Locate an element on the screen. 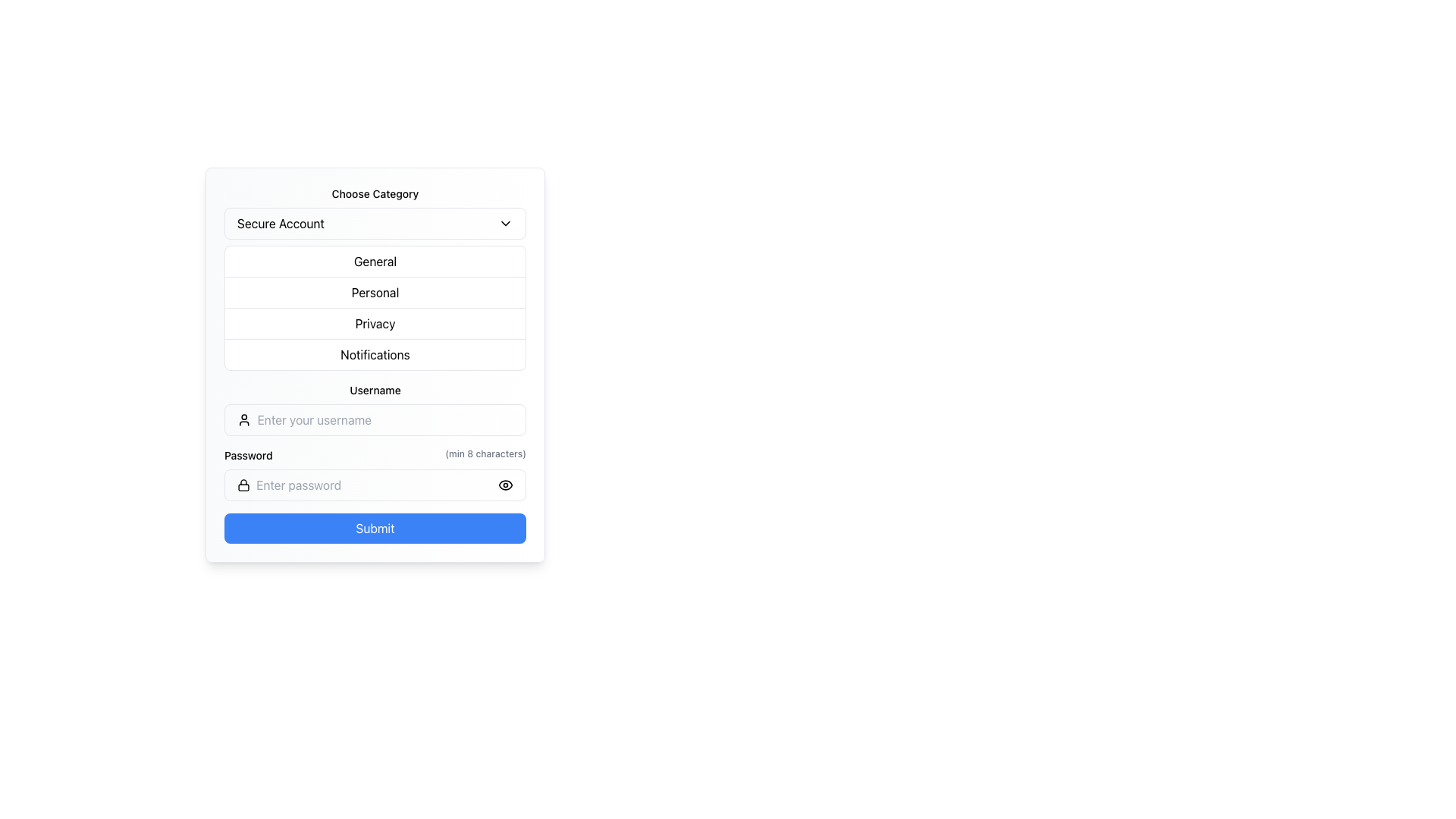 The height and width of the screenshot is (819, 1456). the 'Secure Account' Dropdown Trigger located near the top of the form is located at coordinates (375, 223).